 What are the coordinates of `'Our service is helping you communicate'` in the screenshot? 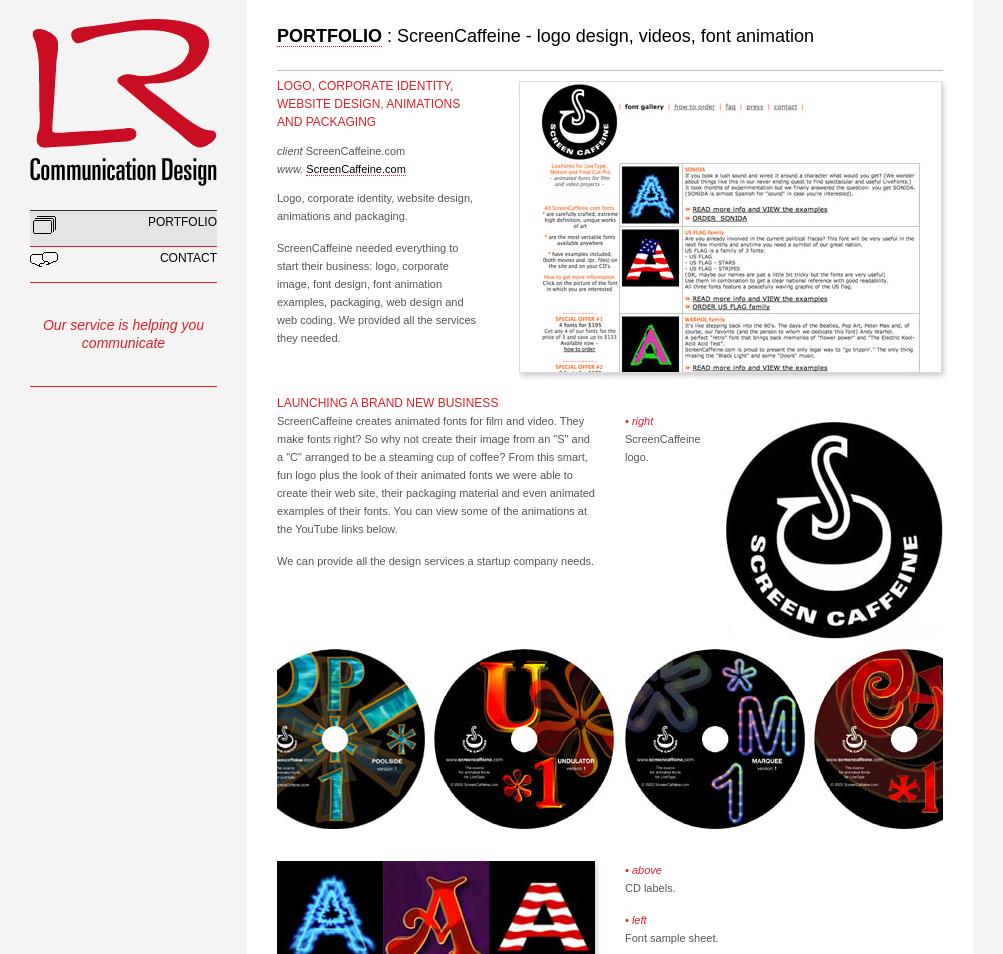 It's located at (42, 333).